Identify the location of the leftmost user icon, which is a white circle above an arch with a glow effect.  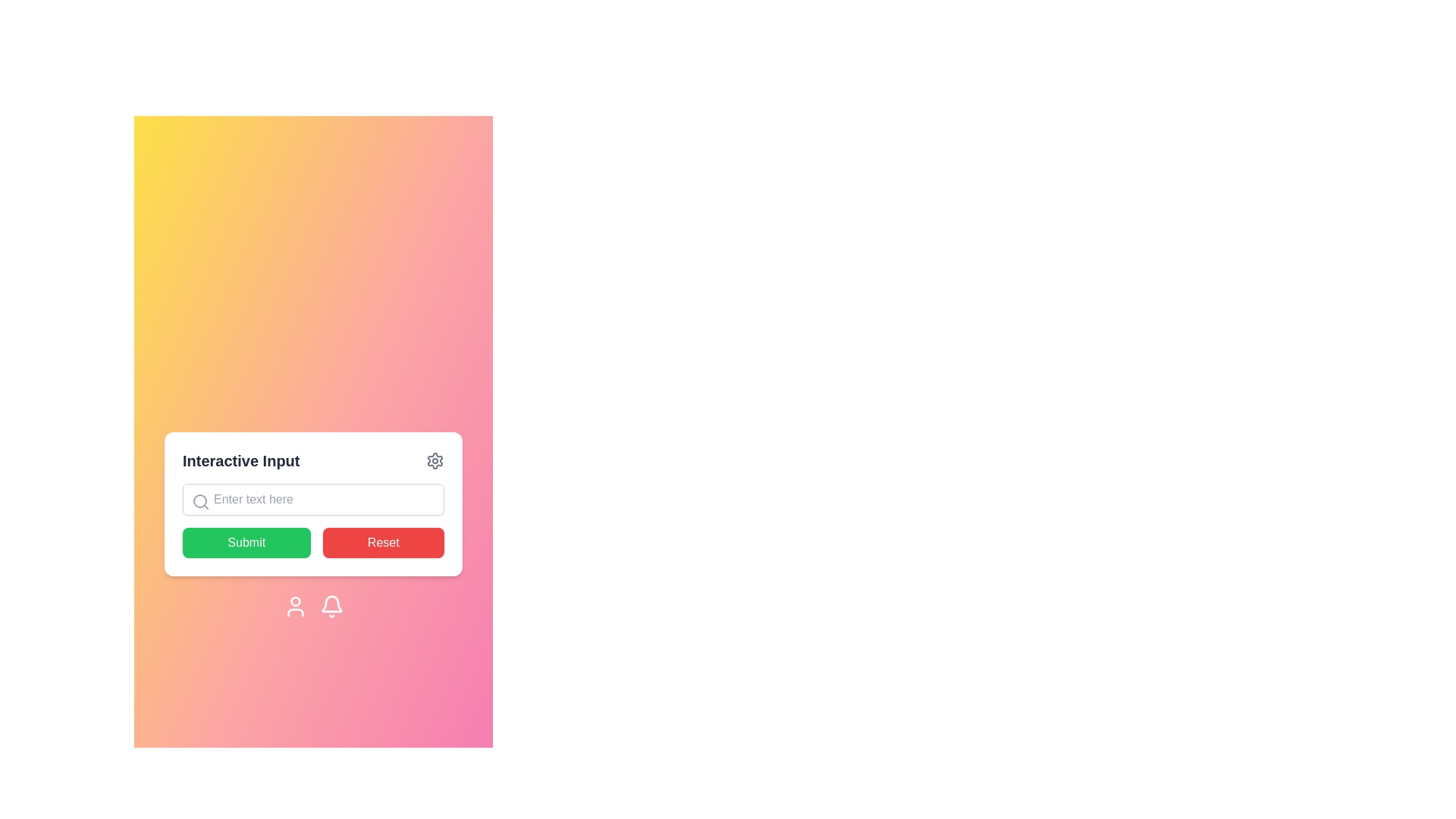
(295, 605).